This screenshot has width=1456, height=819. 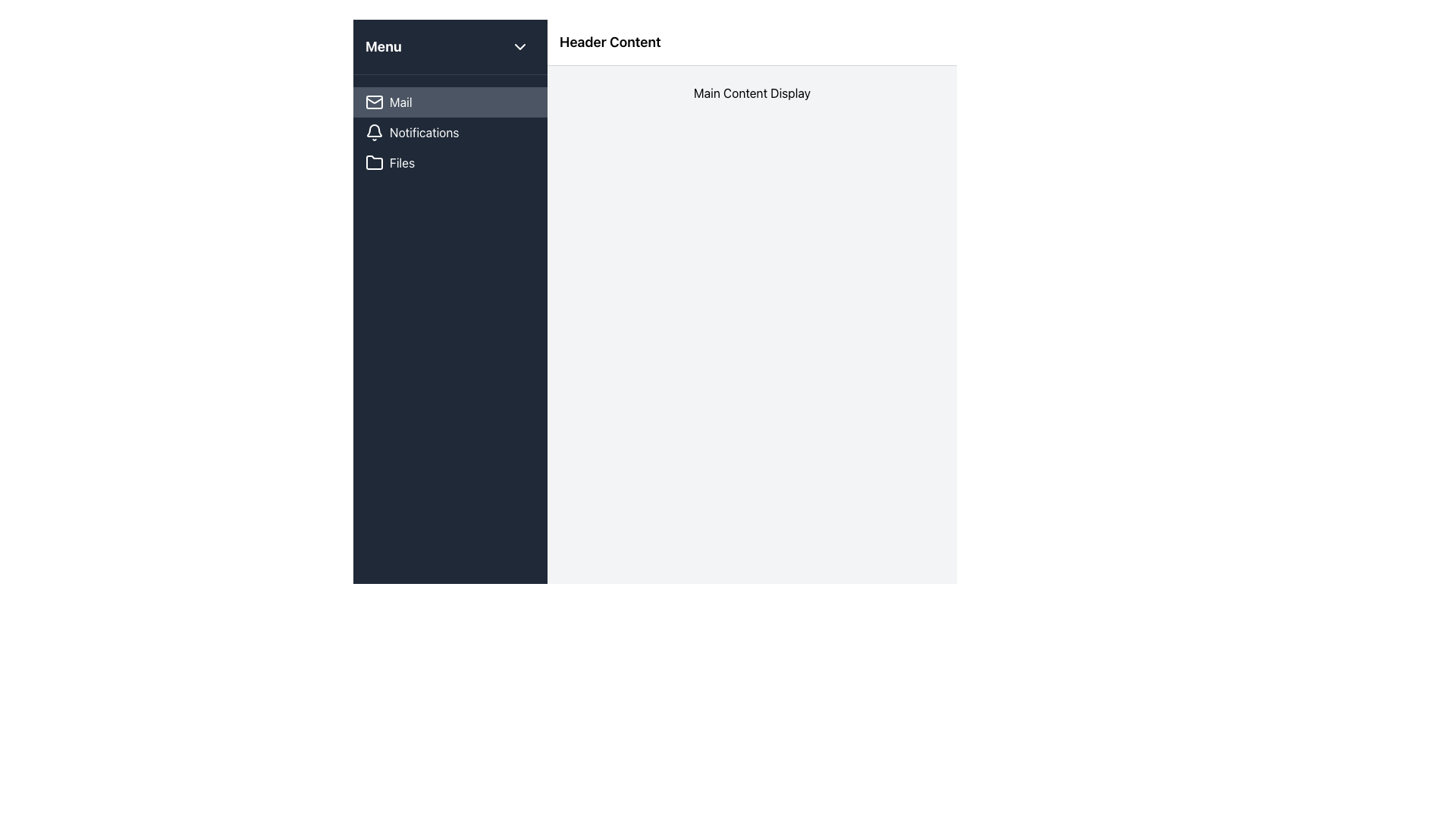 What do you see at coordinates (375, 131) in the screenshot?
I see `the bell icon` at bounding box center [375, 131].